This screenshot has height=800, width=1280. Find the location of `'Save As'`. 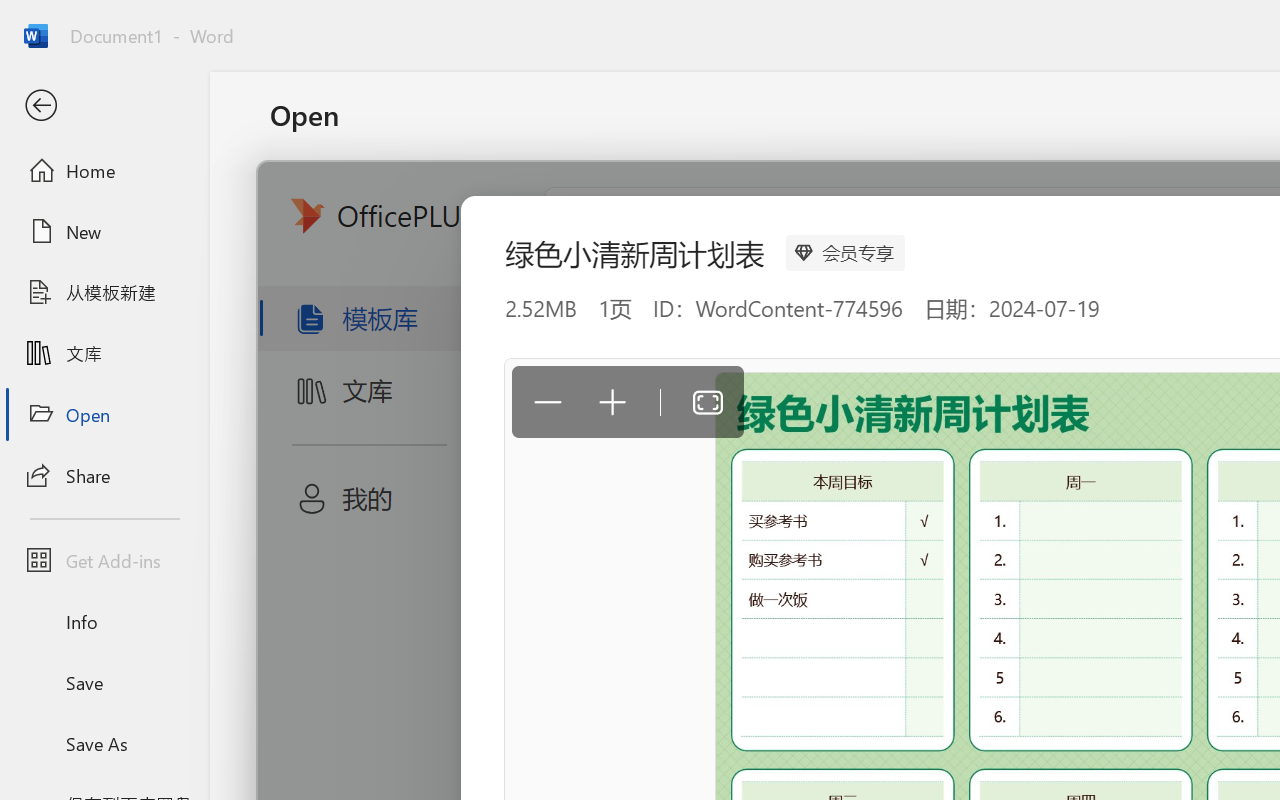

'Save As' is located at coordinates (103, 743).